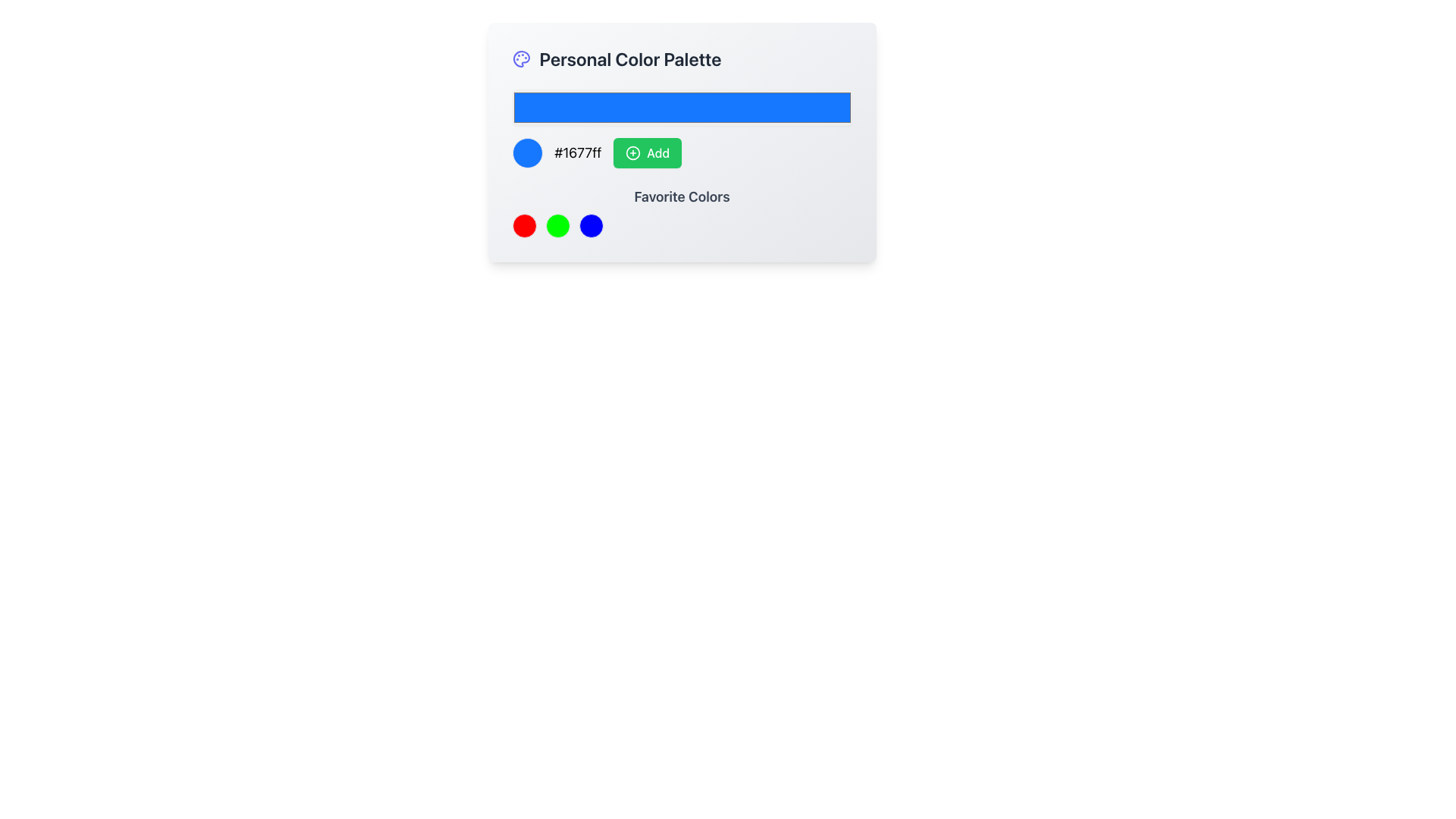 This screenshot has width=1456, height=819. Describe the element at coordinates (527, 152) in the screenshot. I see `the Clickable Color Indicator, a small circular UI component with a blue background located to the left of the hexadecimal color code '#1677ff' on the 'Personal Color Palette' panel` at that location.